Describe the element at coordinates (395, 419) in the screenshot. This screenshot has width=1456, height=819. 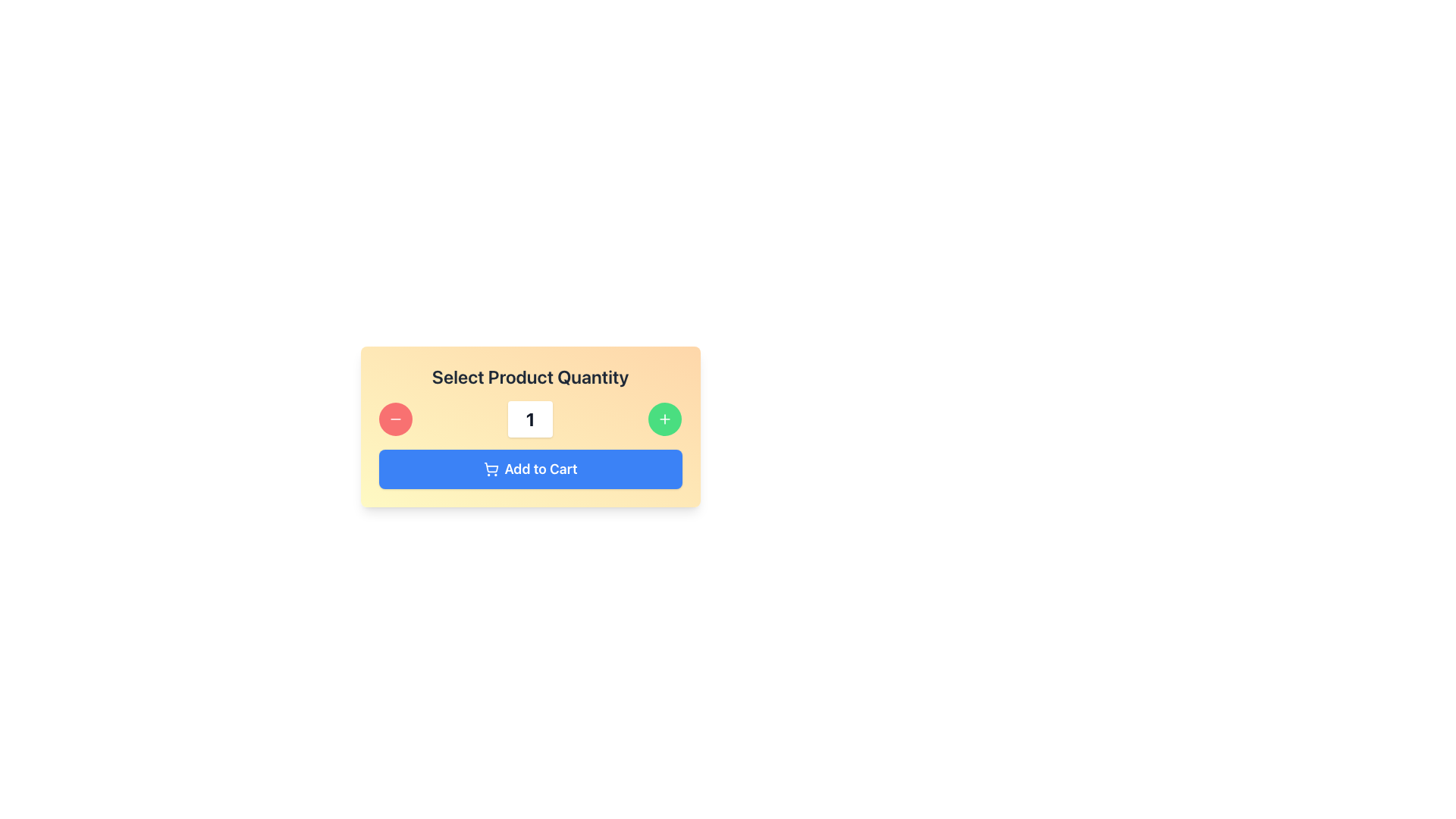
I see `the minus icon within the round red button used for decreasing the product quantity, located to the left of the numeric display` at that location.